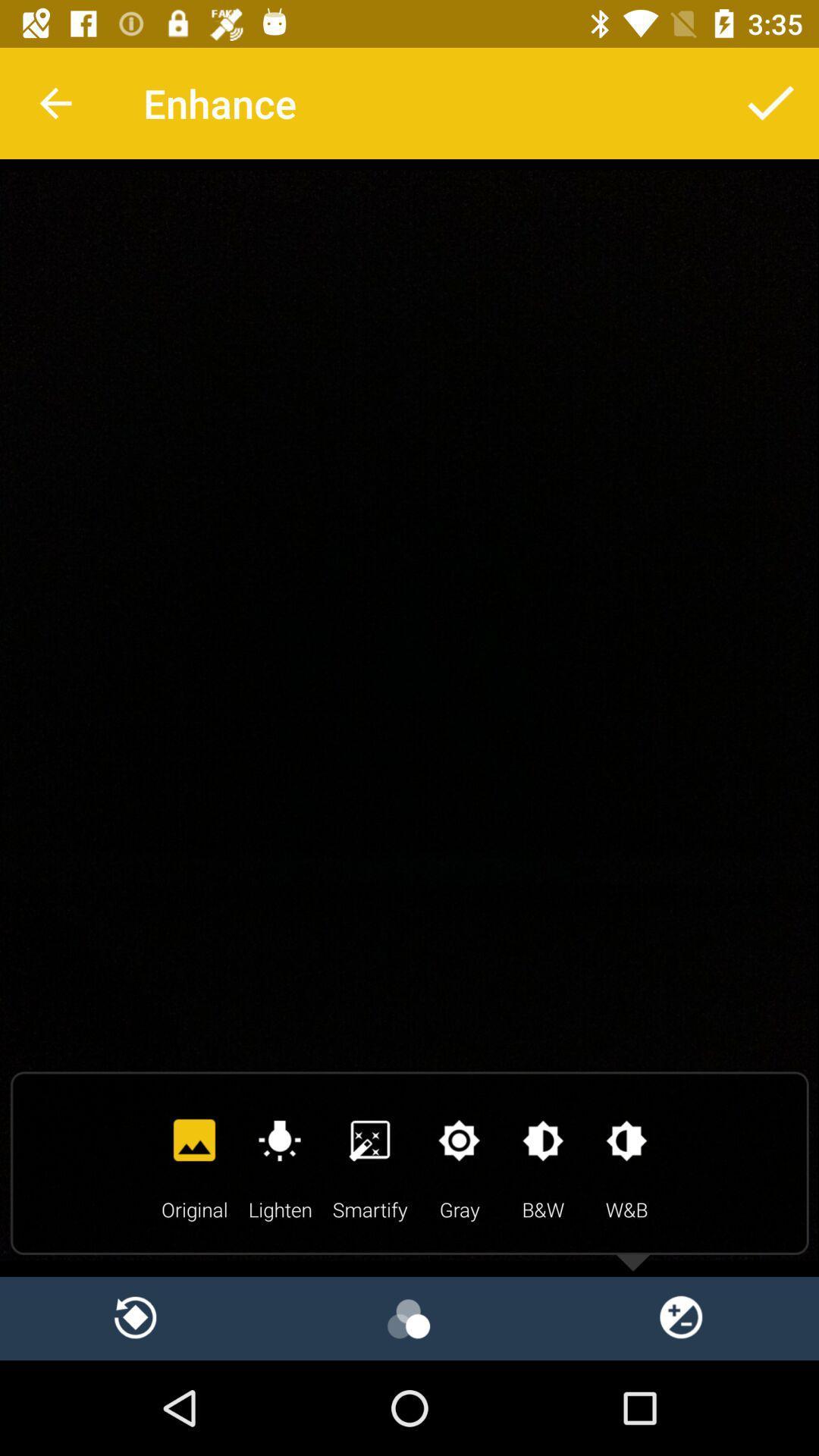 This screenshot has height=1456, width=819. Describe the element at coordinates (409, 1317) in the screenshot. I see `play` at that location.